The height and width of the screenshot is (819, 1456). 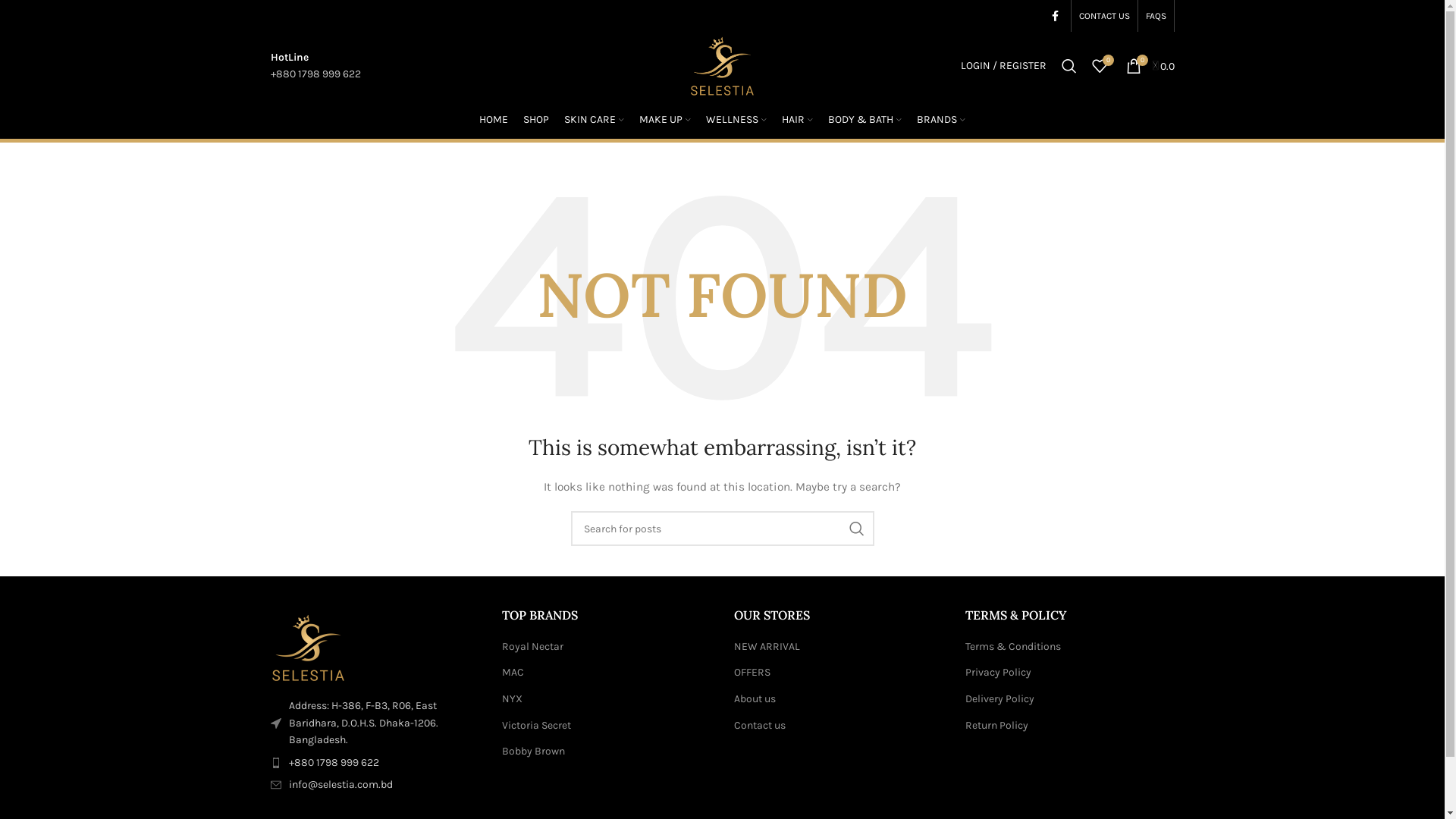 What do you see at coordinates (855, 528) in the screenshot?
I see `'SEARCH'` at bounding box center [855, 528].